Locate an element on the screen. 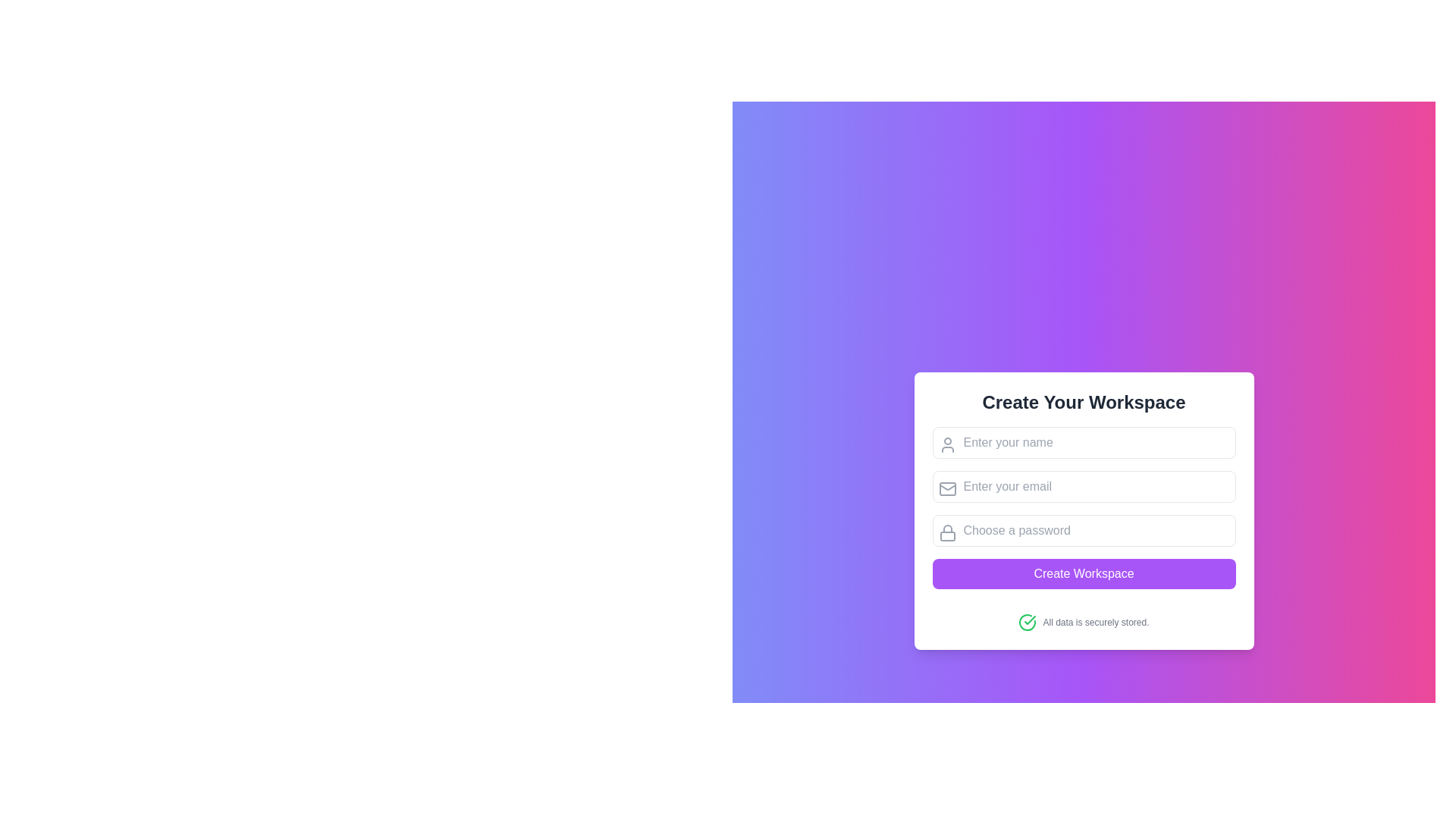  the button located at the bottom of the form within the centered modal is located at coordinates (1083, 573).